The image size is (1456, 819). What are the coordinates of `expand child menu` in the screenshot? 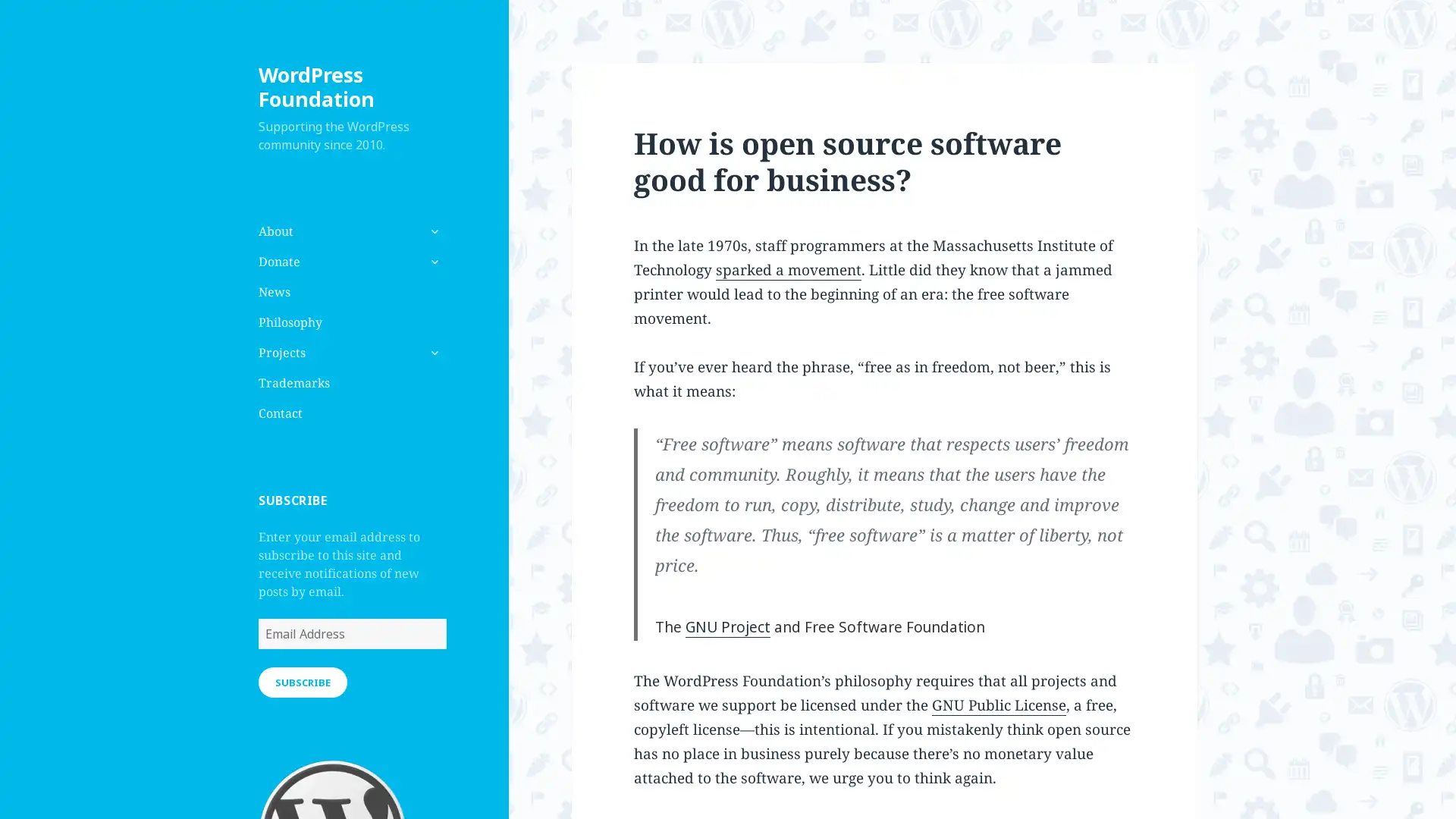 It's located at (432, 353).